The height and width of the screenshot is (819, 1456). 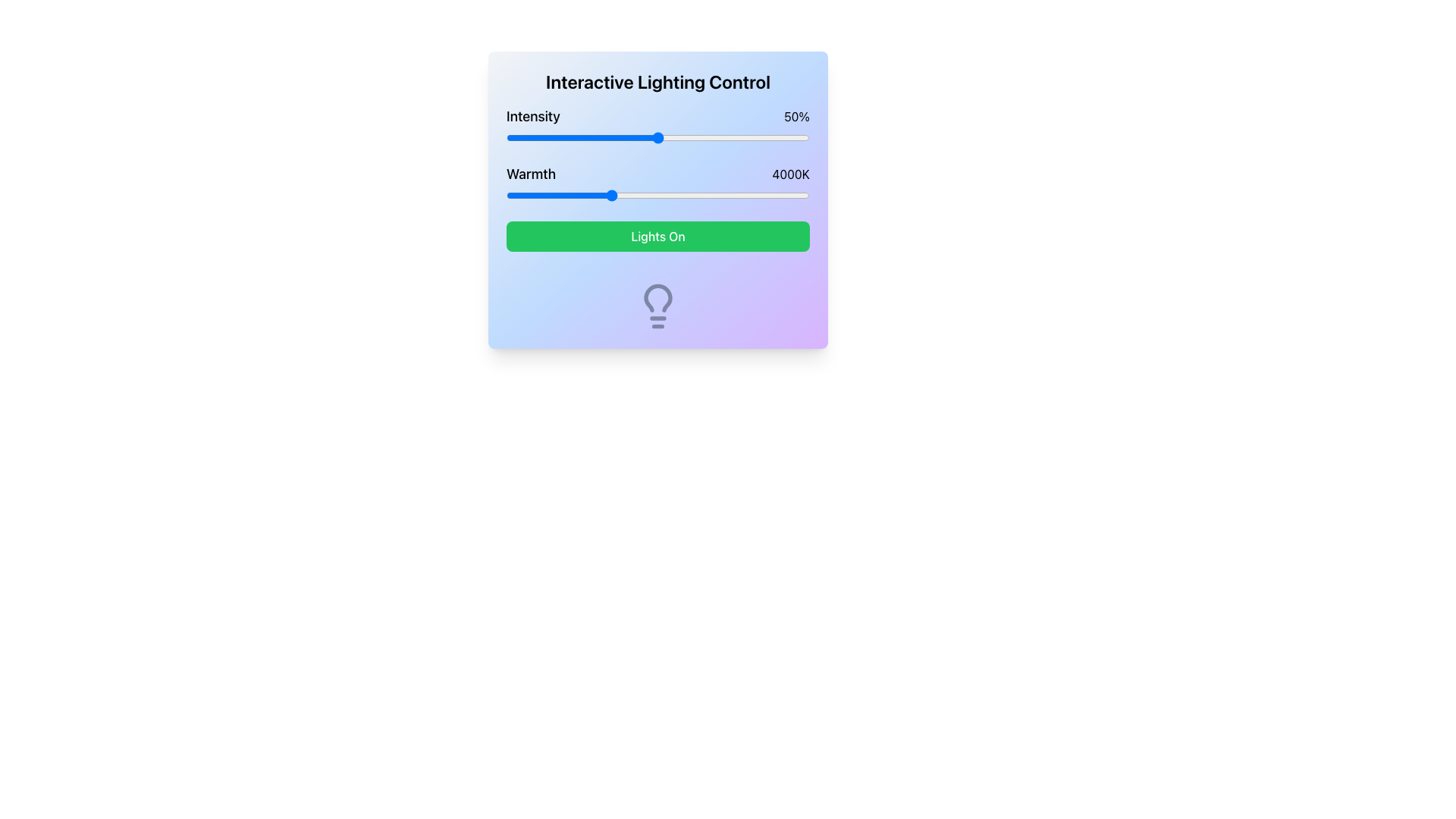 I want to click on warmth, so click(x=593, y=195).